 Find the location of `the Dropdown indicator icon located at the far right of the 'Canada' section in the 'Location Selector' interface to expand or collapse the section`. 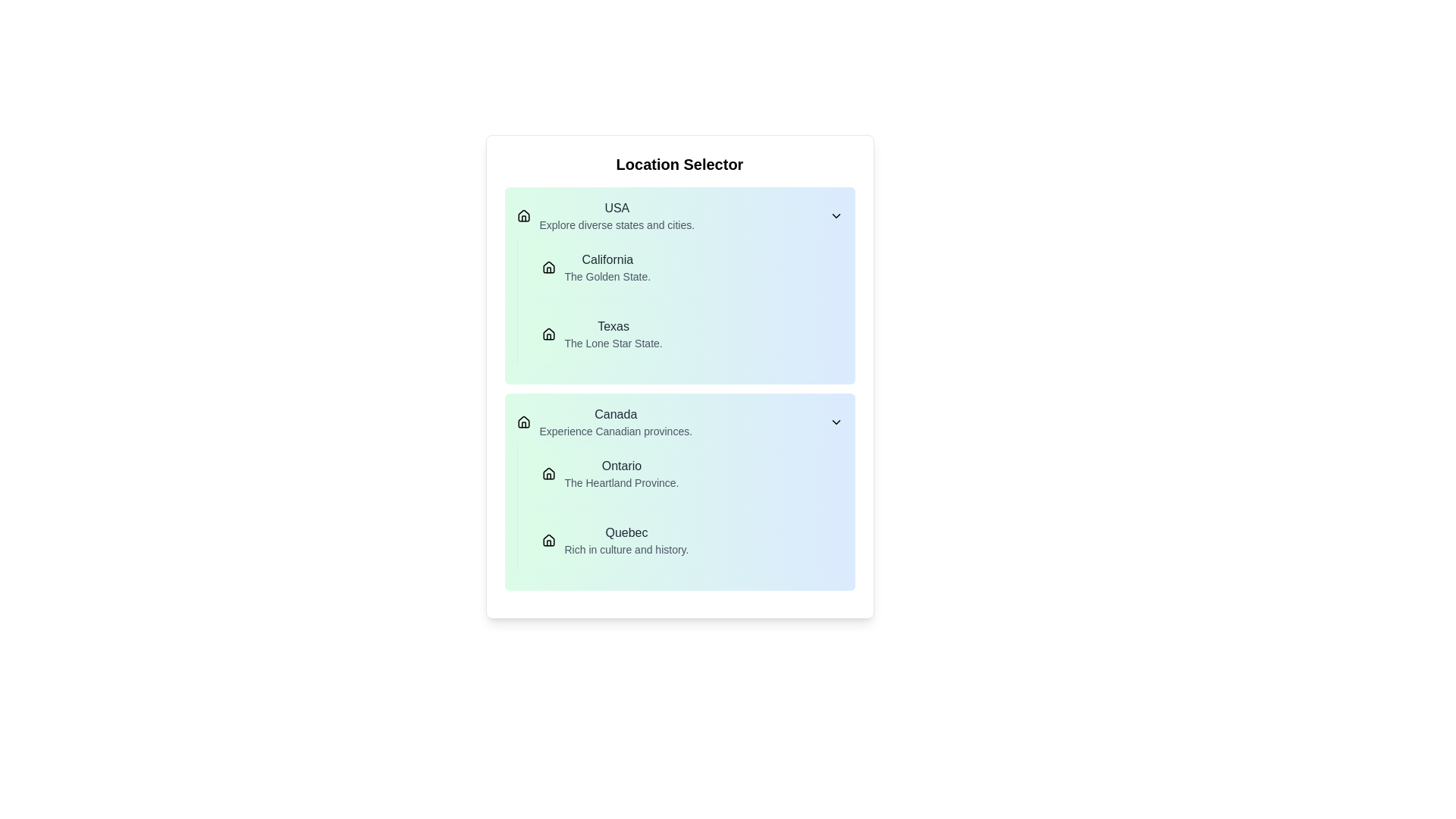

the Dropdown indicator icon located at the far right of the 'Canada' section in the 'Location Selector' interface to expand or collapse the section is located at coordinates (835, 422).